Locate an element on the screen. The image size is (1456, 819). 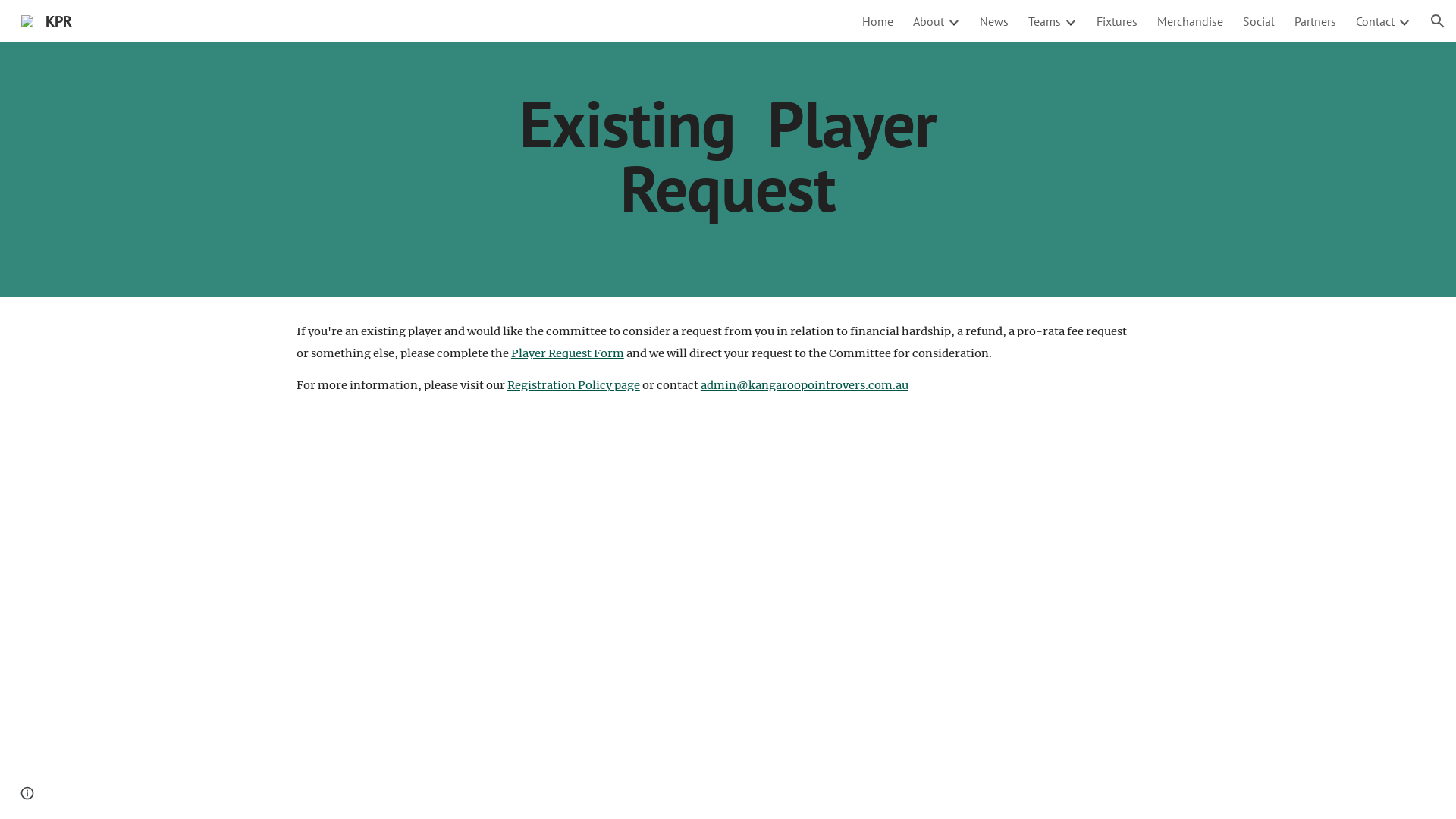
'About' is located at coordinates (927, 20).